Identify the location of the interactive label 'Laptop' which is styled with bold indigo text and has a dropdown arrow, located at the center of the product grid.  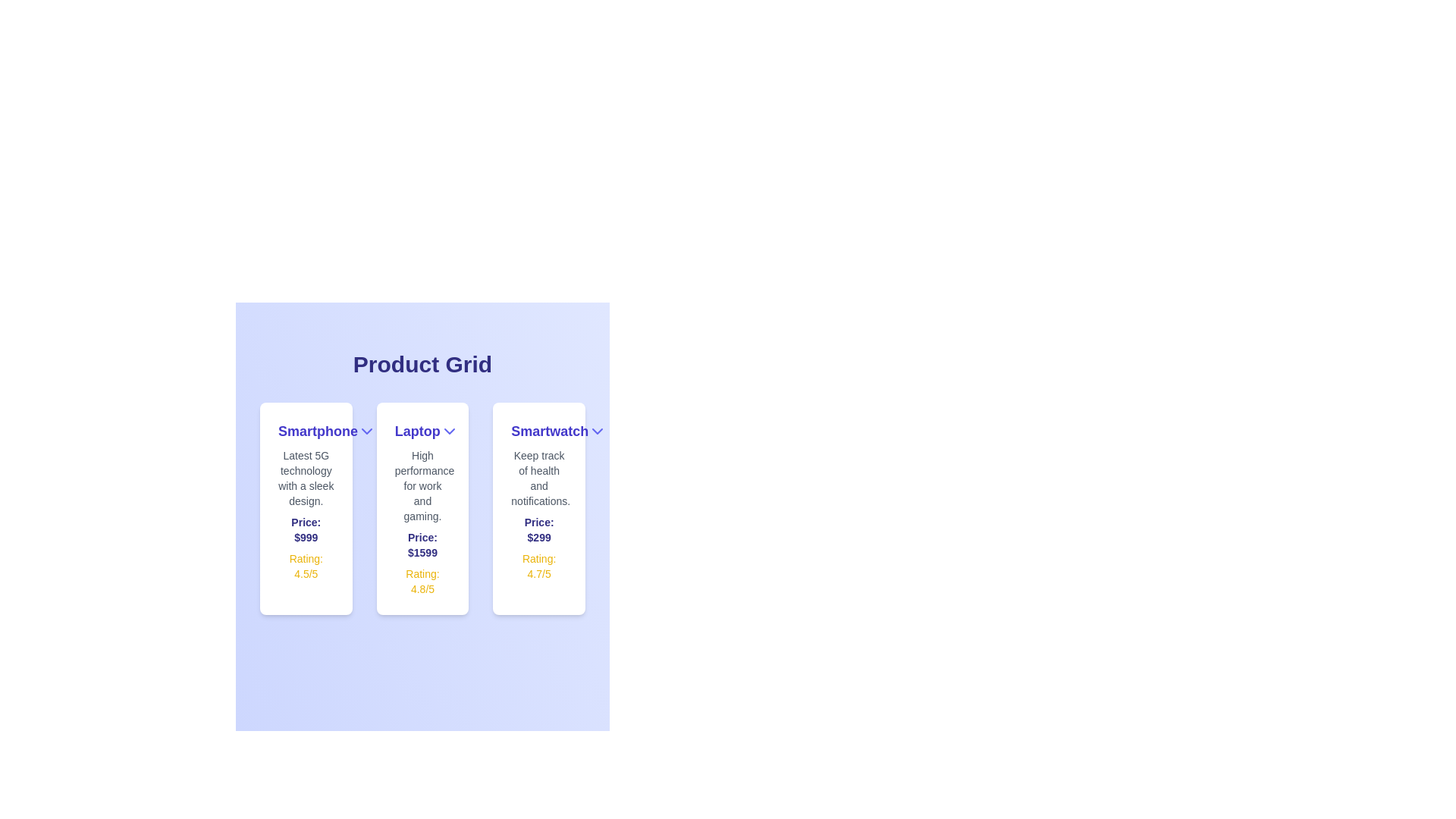
(422, 431).